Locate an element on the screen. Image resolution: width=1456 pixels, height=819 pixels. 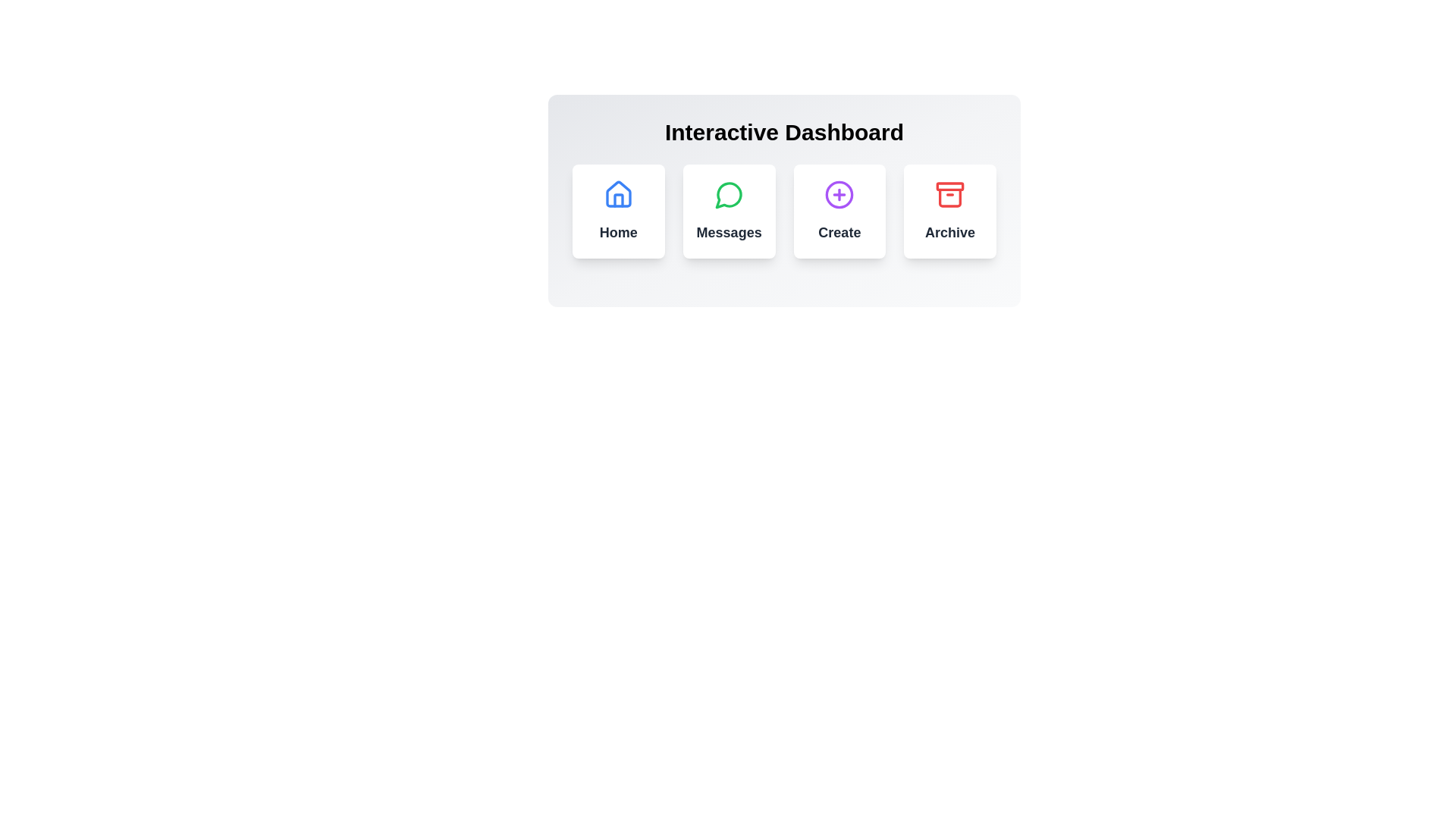
the blue house icon representing the 'Home' section in the dashboard to interpret information is located at coordinates (618, 193).